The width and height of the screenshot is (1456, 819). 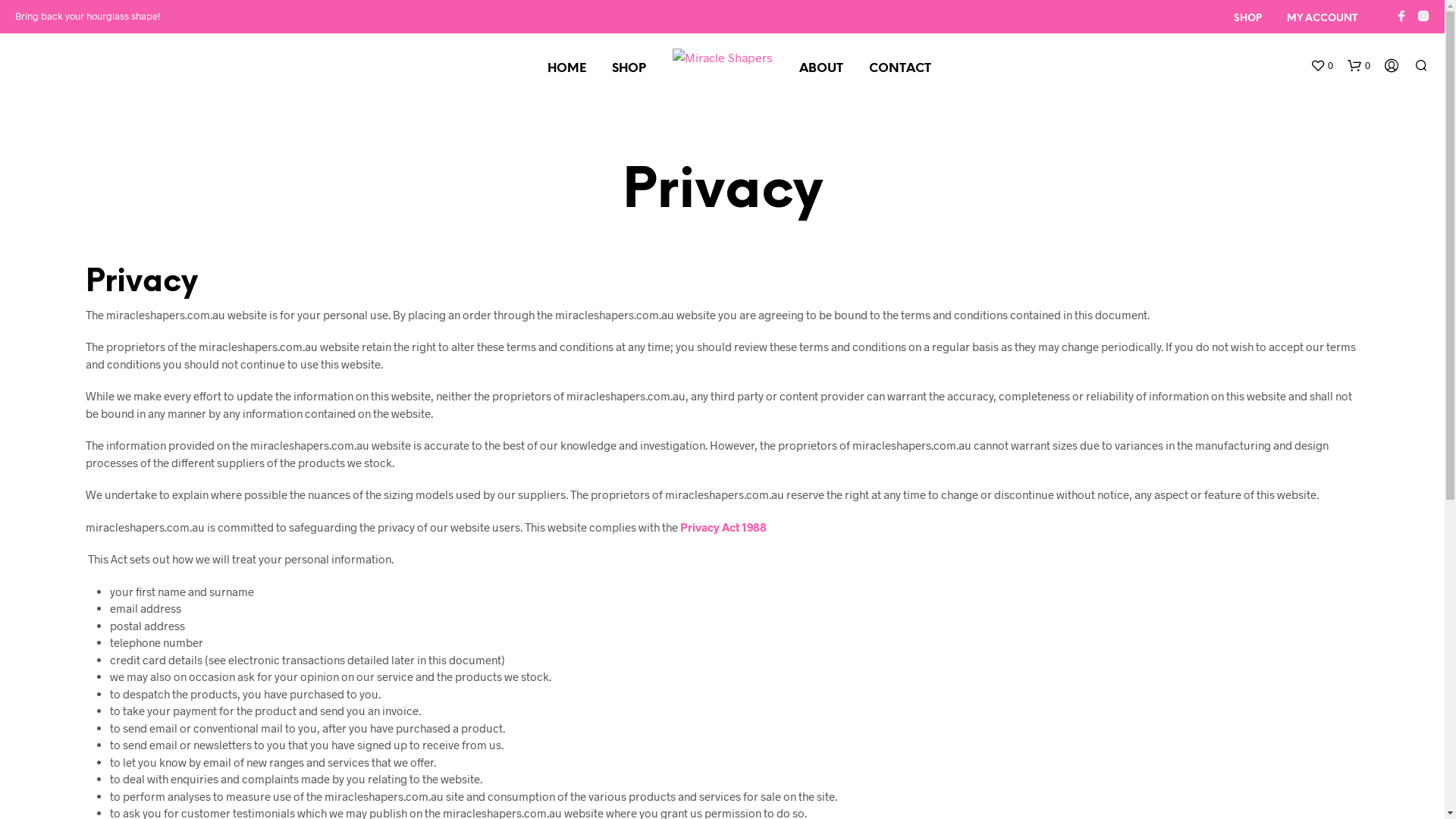 What do you see at coordinates (786, 69) in the screenshot?
I see `'ABOUT'` at bounding box center [786, 69].